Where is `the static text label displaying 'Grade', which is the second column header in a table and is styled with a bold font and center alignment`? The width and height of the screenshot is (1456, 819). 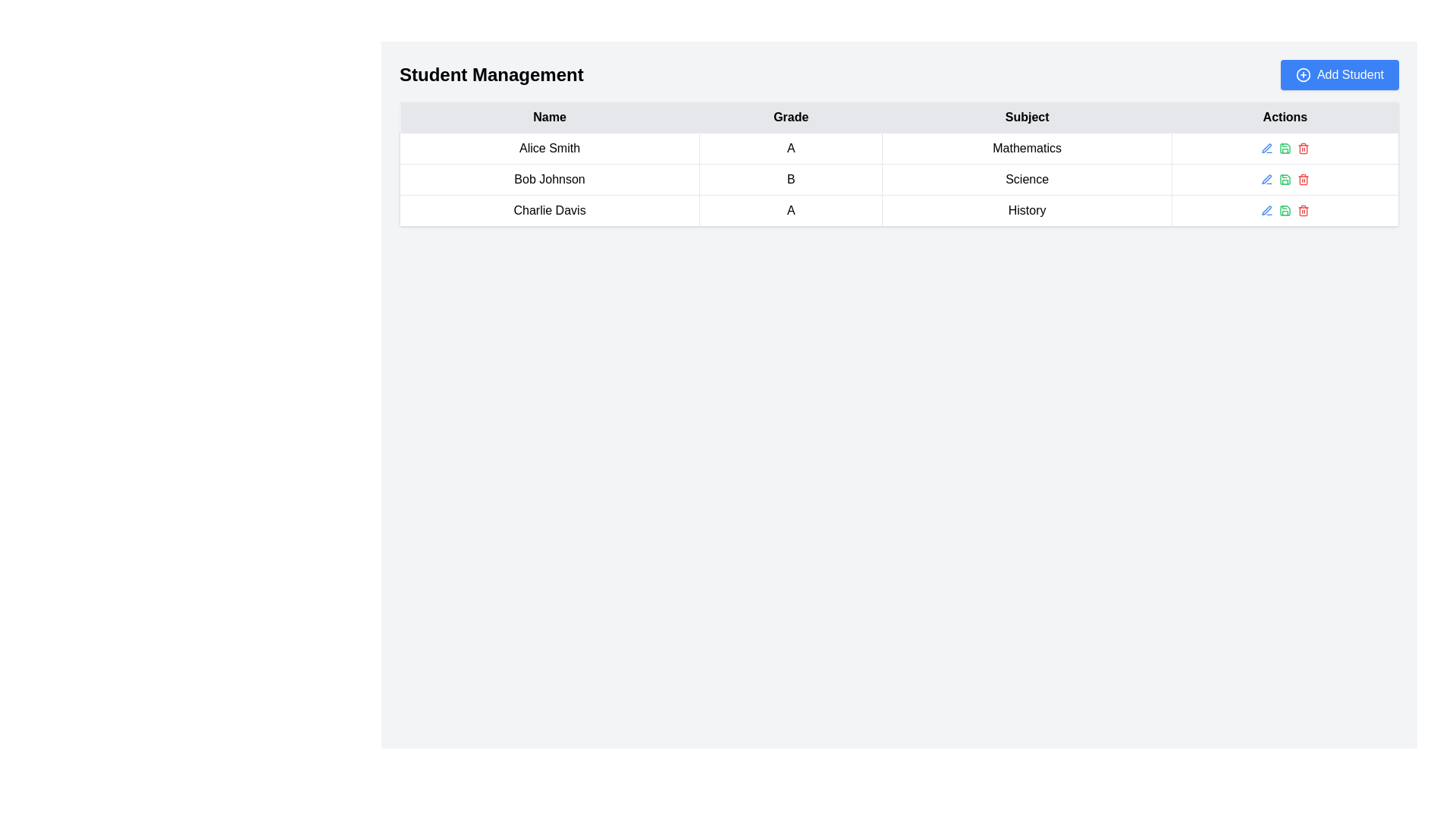
the static text label displaying 'Grade', which is the second column header in a table and is styled with a bold font and center alignment is located at coordinates (790, 117).